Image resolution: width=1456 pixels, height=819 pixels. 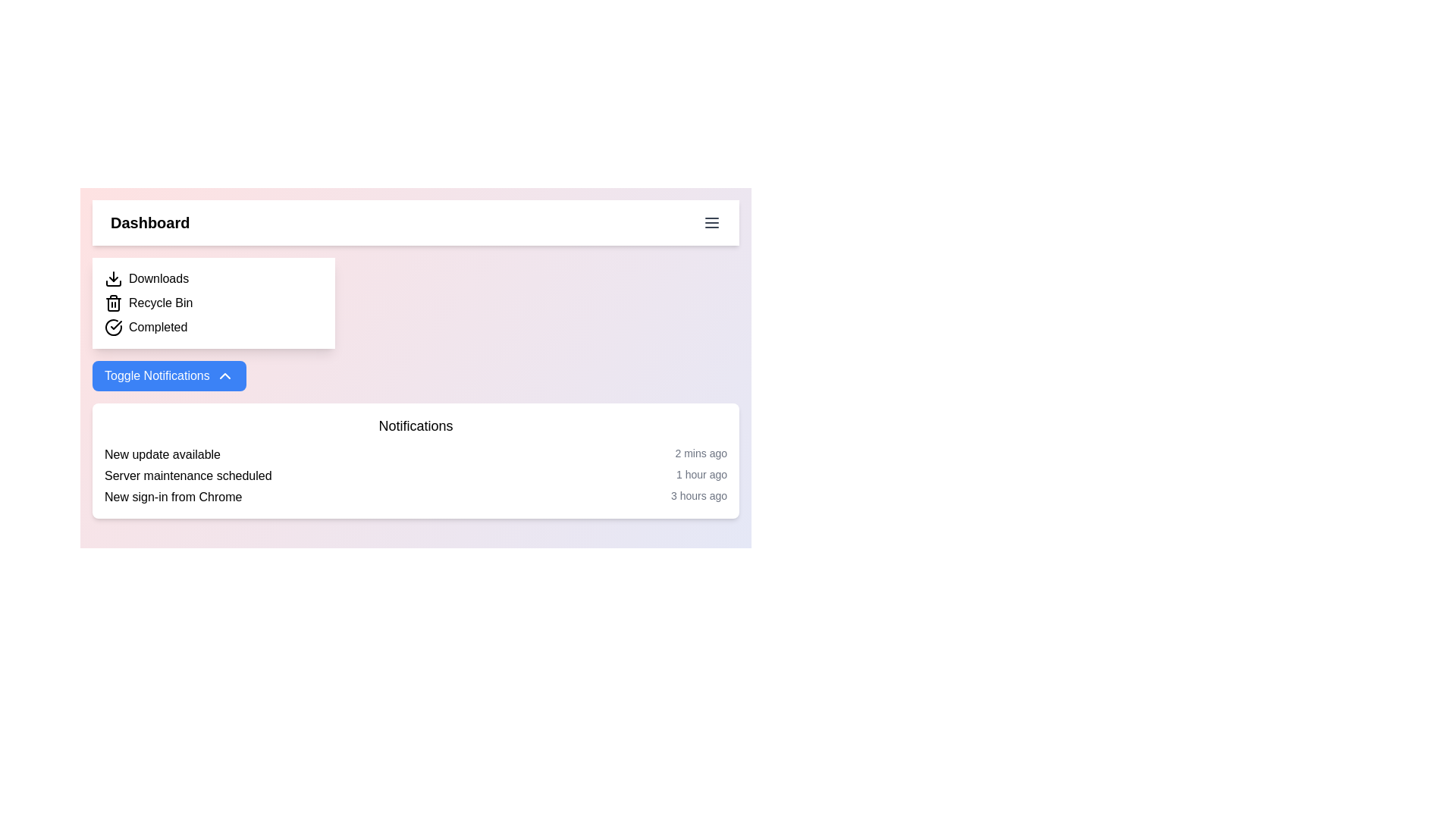 What do you see at coordinates (187, 475) in the screenshot?
I see `the notification text label indicating server maintenance scheduled, which is positioned in the Notifications section and has the text '1 hour ago' to its right` at bounding box center [187, 475].